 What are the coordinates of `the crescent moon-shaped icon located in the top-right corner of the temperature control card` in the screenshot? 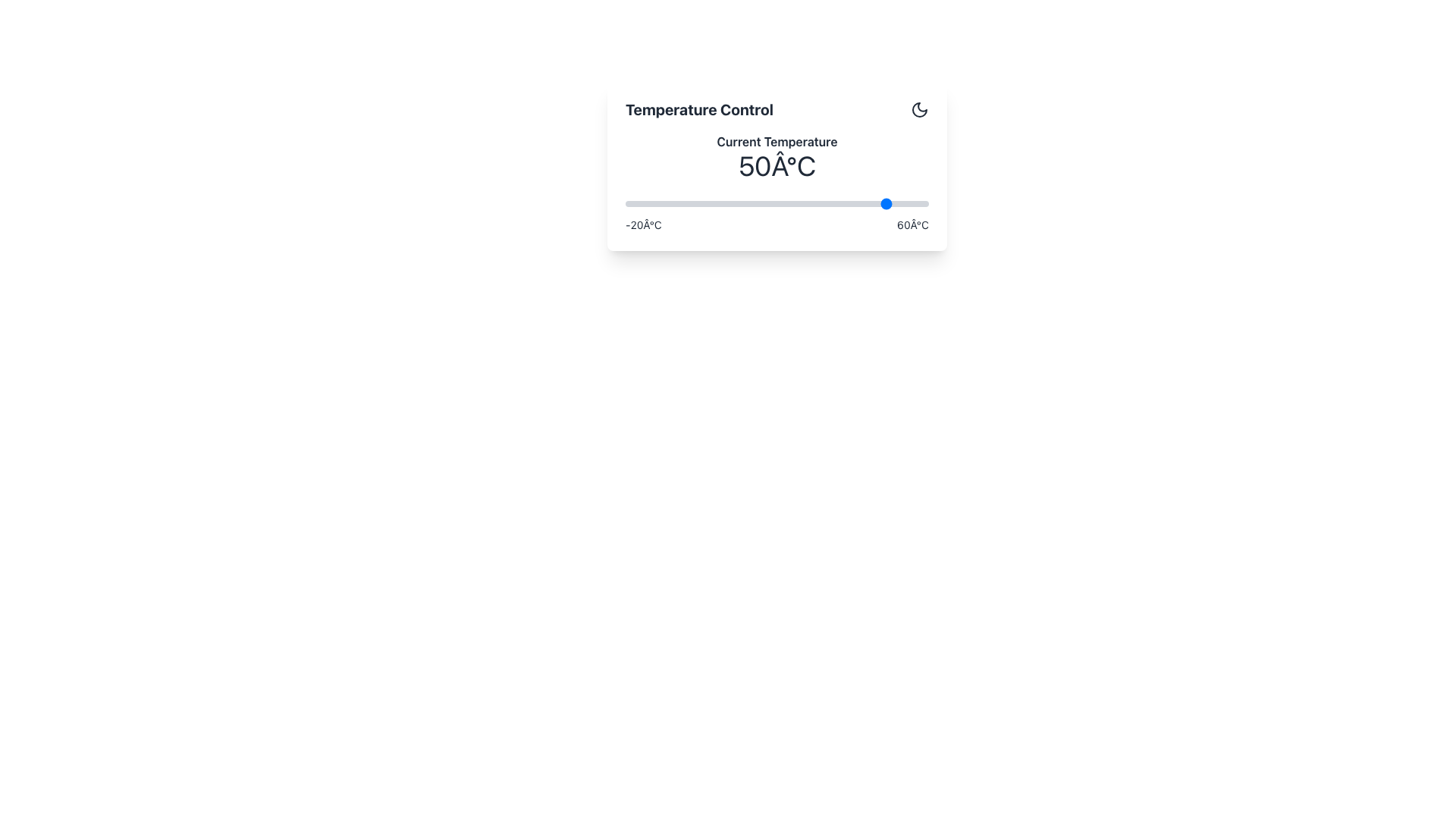 It's located at (919, 109).